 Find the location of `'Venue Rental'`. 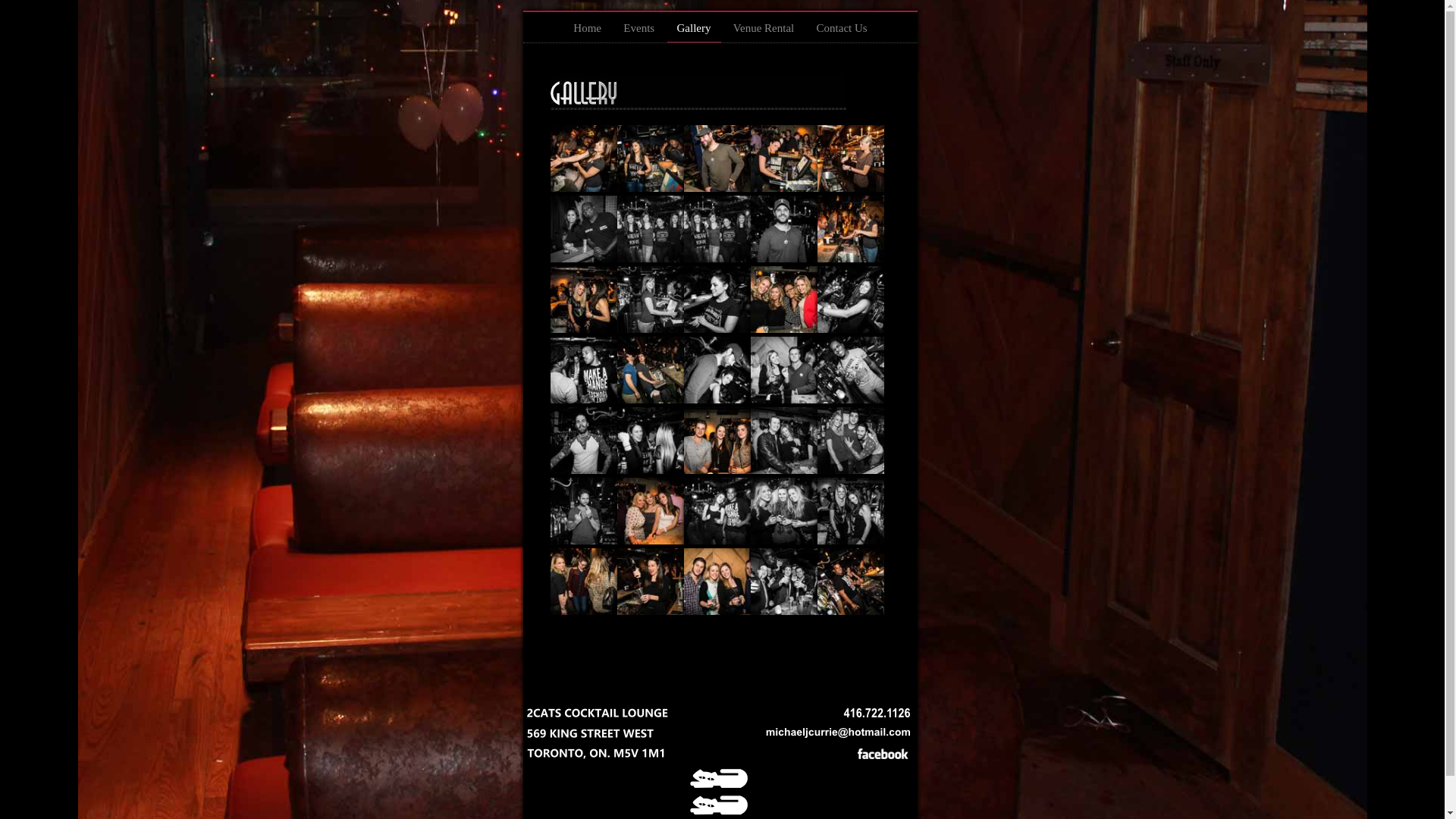

'Venue Rental' is located at coordinates (764, 32).